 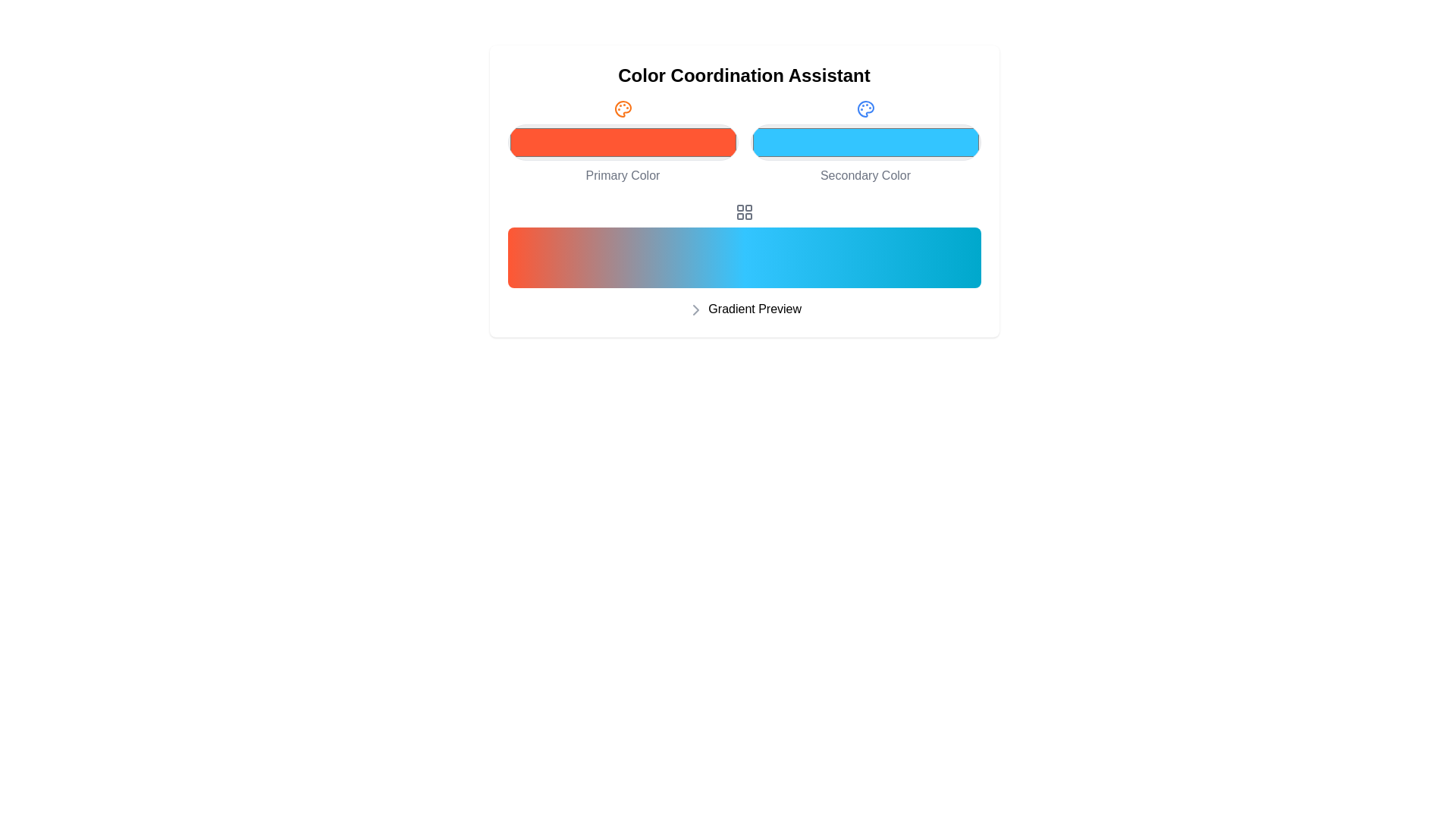 What do you see at coordinates (623, 143) in the screenshot?
I see `the Color picker button, which is a rounded rectangular element filled in orange, located at the top of the first column in a two-column layout grid` at bounding box center [623, 143].